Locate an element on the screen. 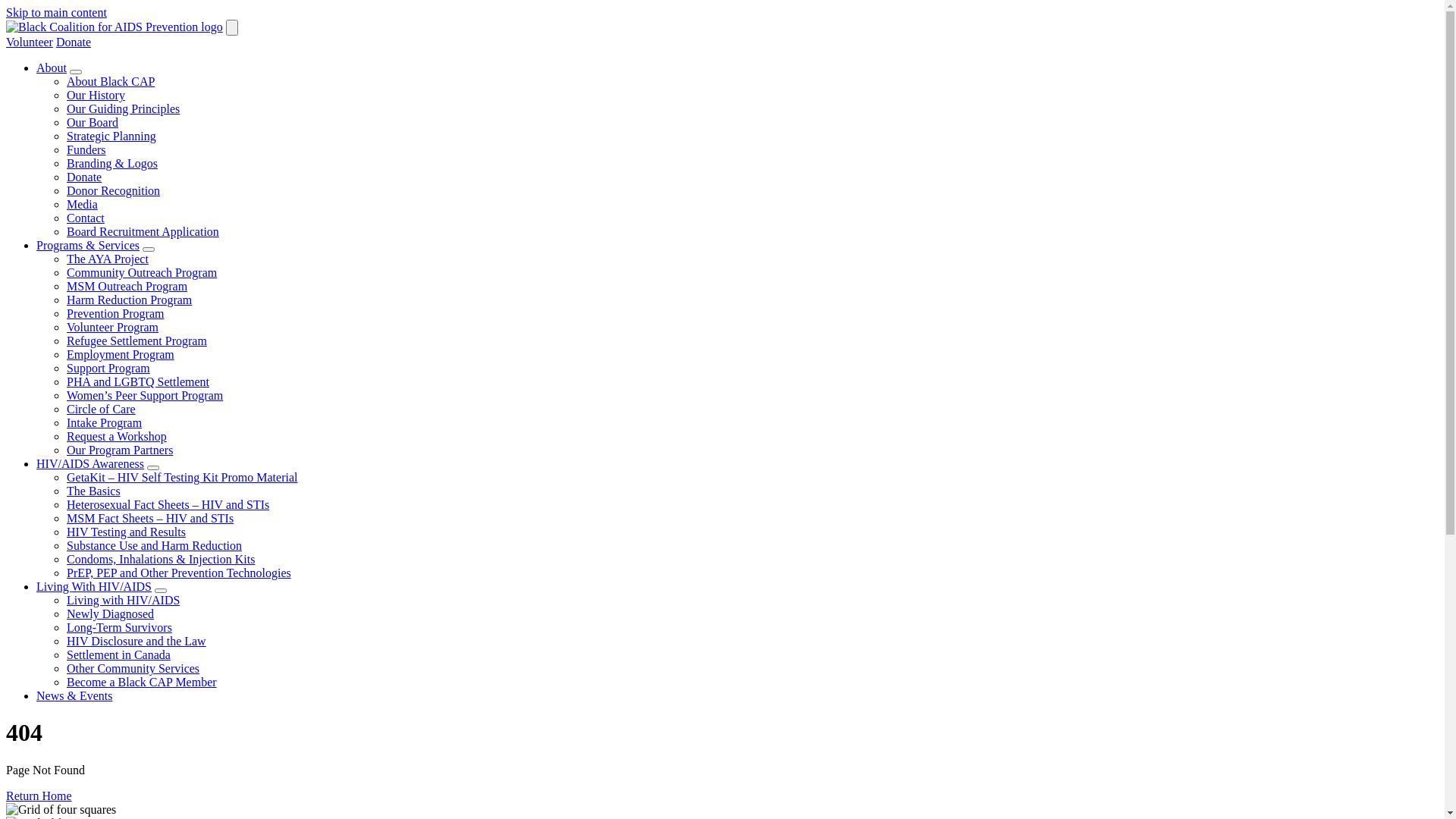 The height and width of the screenshot is (819, 1456). 'Settlement in Canada' is located at coordinates (65, 654).